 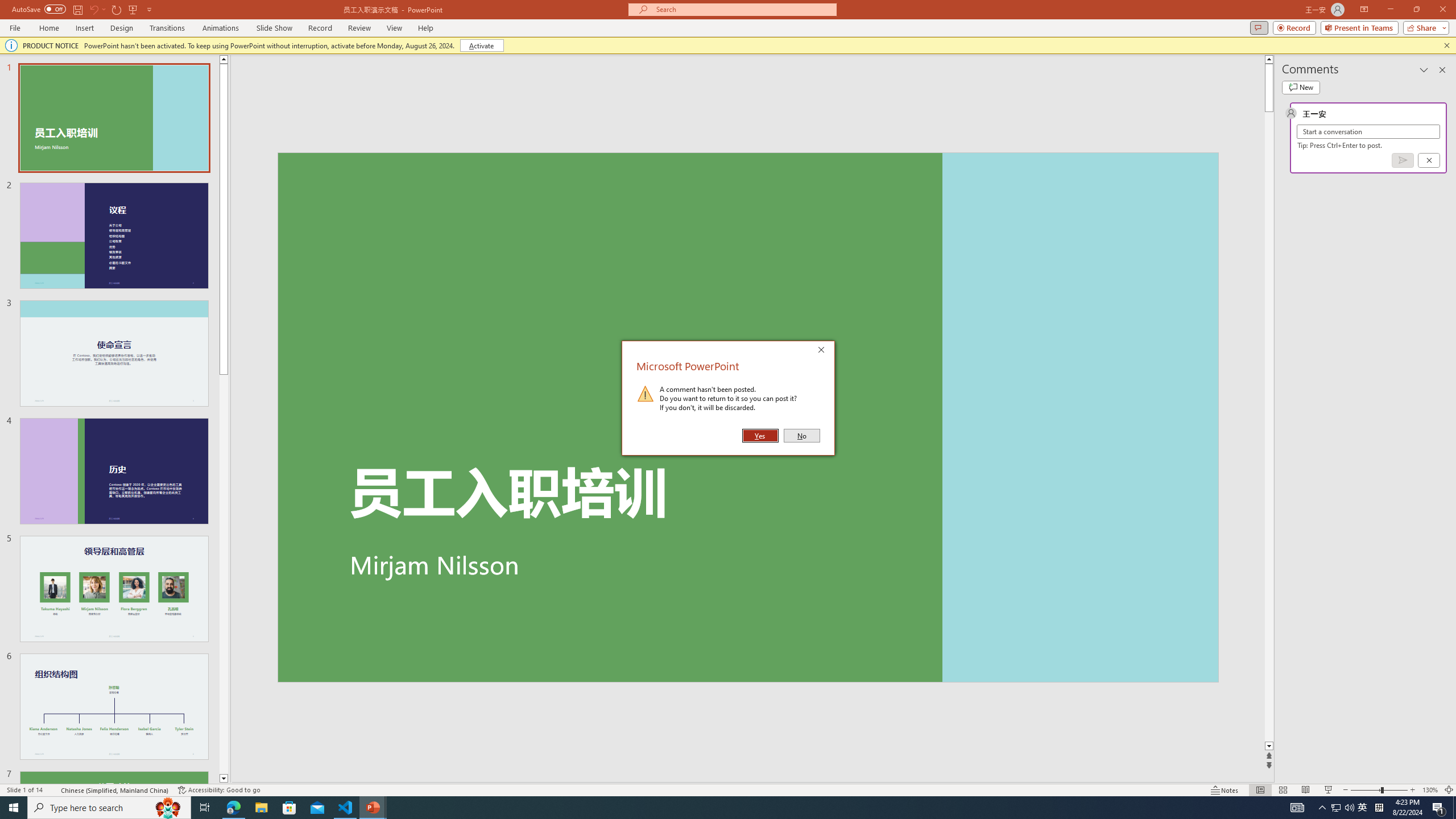 What do you see at coordinates (53, 790) in the screenshot?
I see `'Spell Check '` at bounding box center [53, 790].